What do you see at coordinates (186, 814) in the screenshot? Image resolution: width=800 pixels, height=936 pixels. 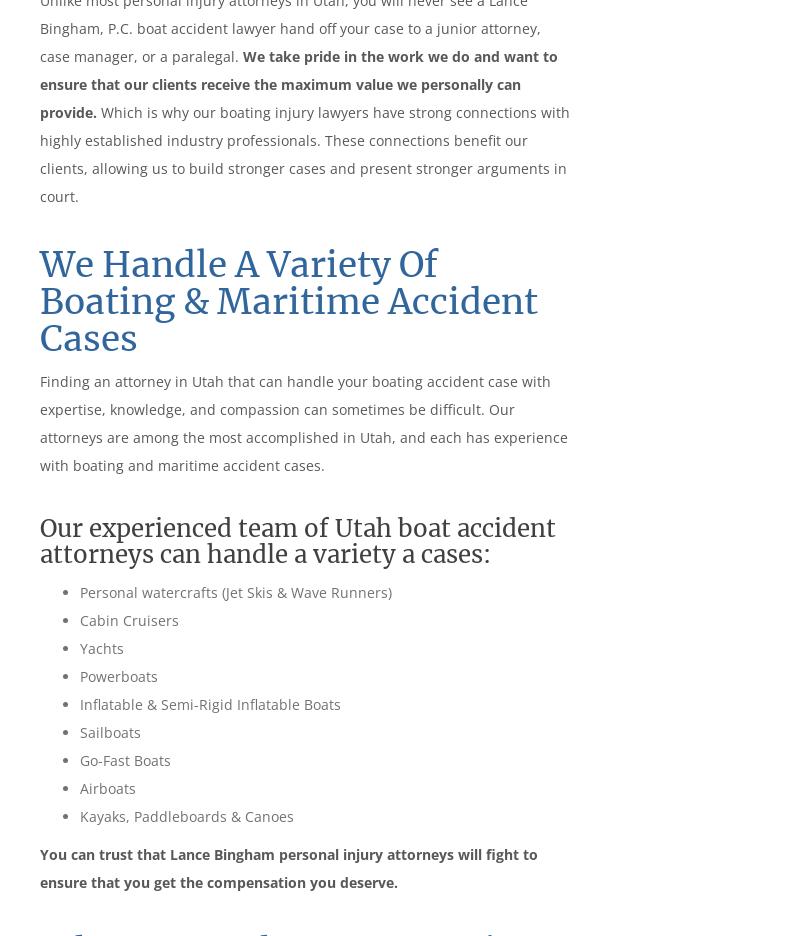 I see `'Kayaks, Paddleboards & Canoes'` at bounding box center [186, 814].